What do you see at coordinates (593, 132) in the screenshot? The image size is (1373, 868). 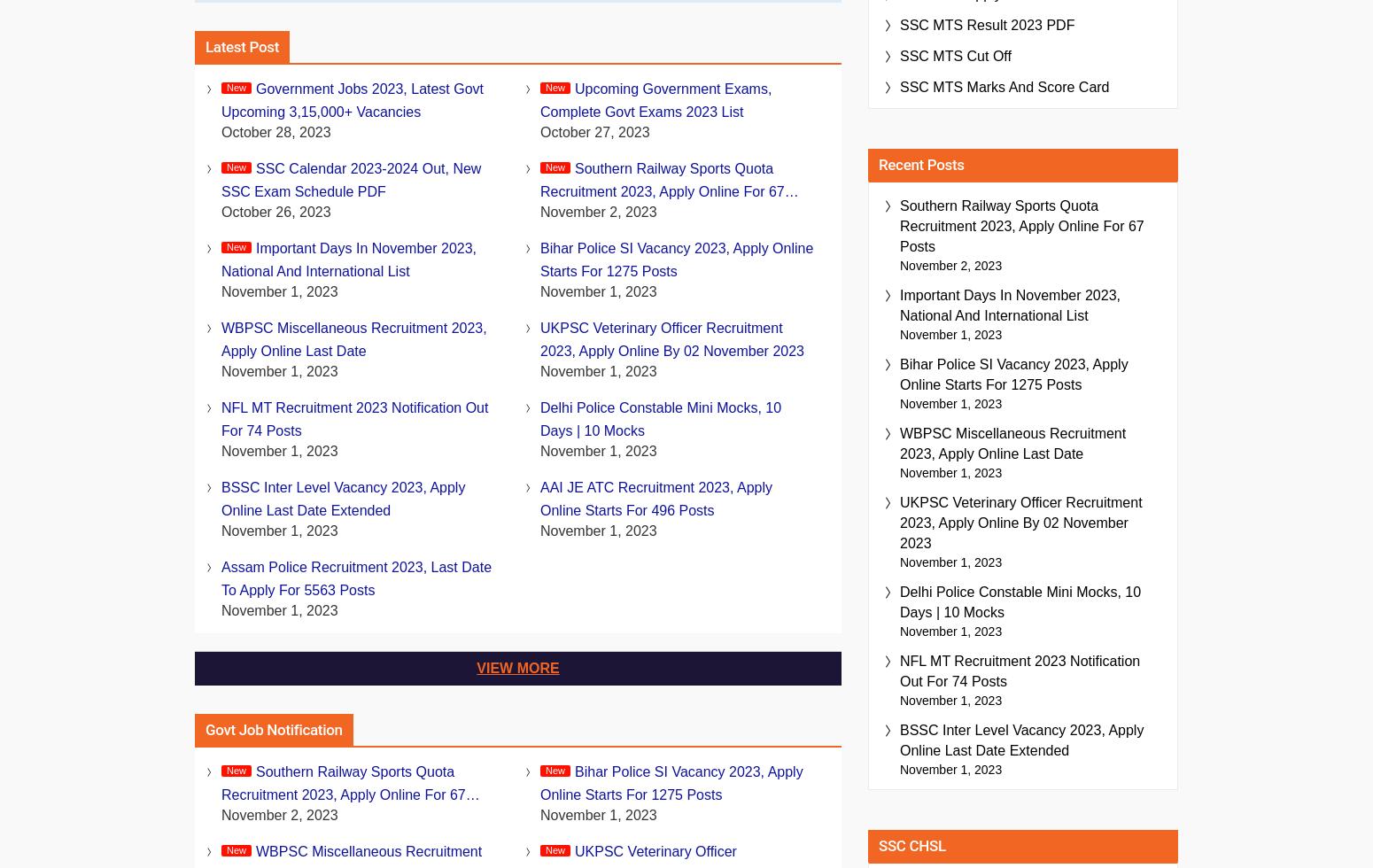 I see `'October 27, 2023'` at bounding box center [593, 132].